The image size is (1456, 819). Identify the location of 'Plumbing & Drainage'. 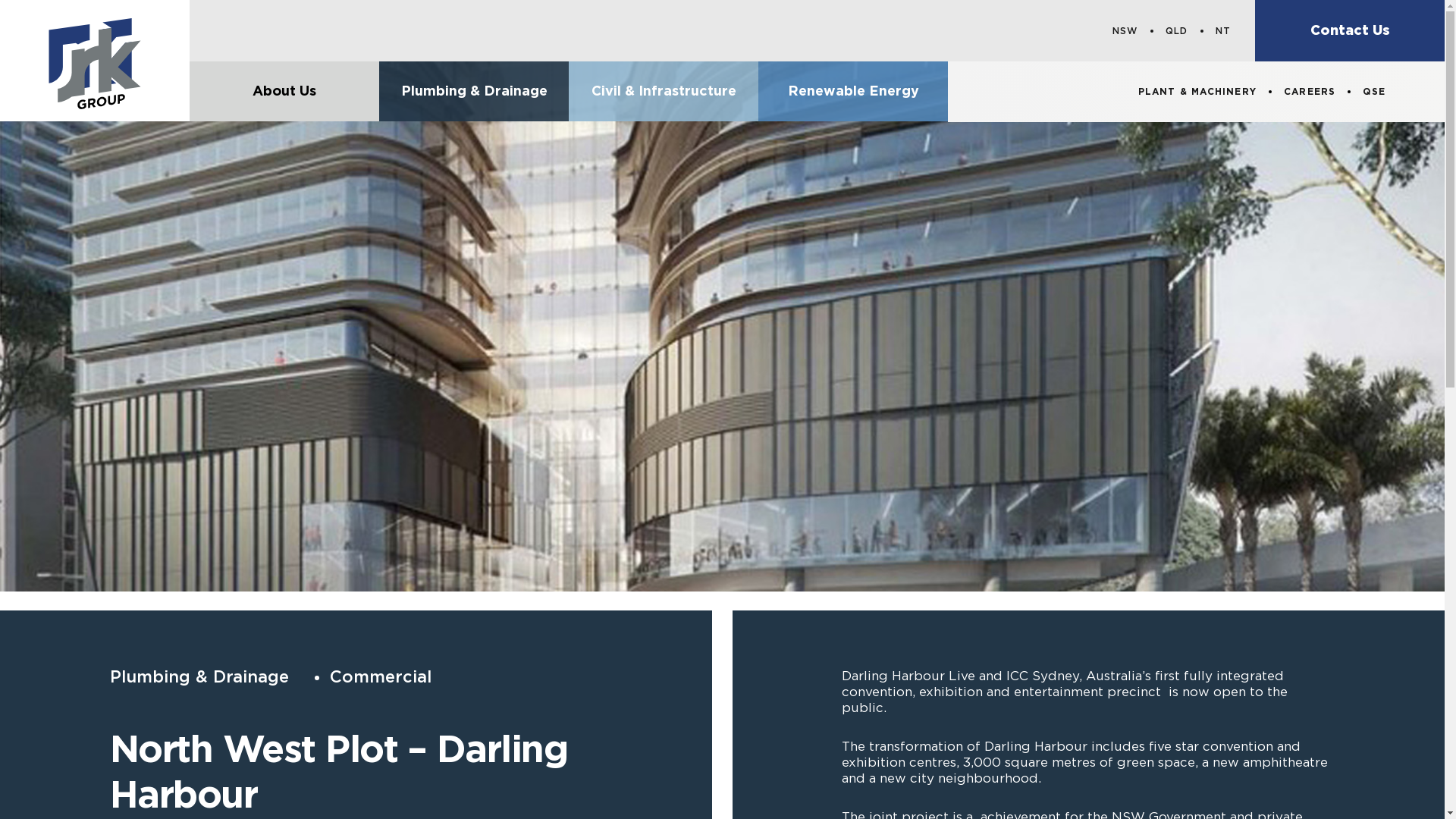
(472, 91).